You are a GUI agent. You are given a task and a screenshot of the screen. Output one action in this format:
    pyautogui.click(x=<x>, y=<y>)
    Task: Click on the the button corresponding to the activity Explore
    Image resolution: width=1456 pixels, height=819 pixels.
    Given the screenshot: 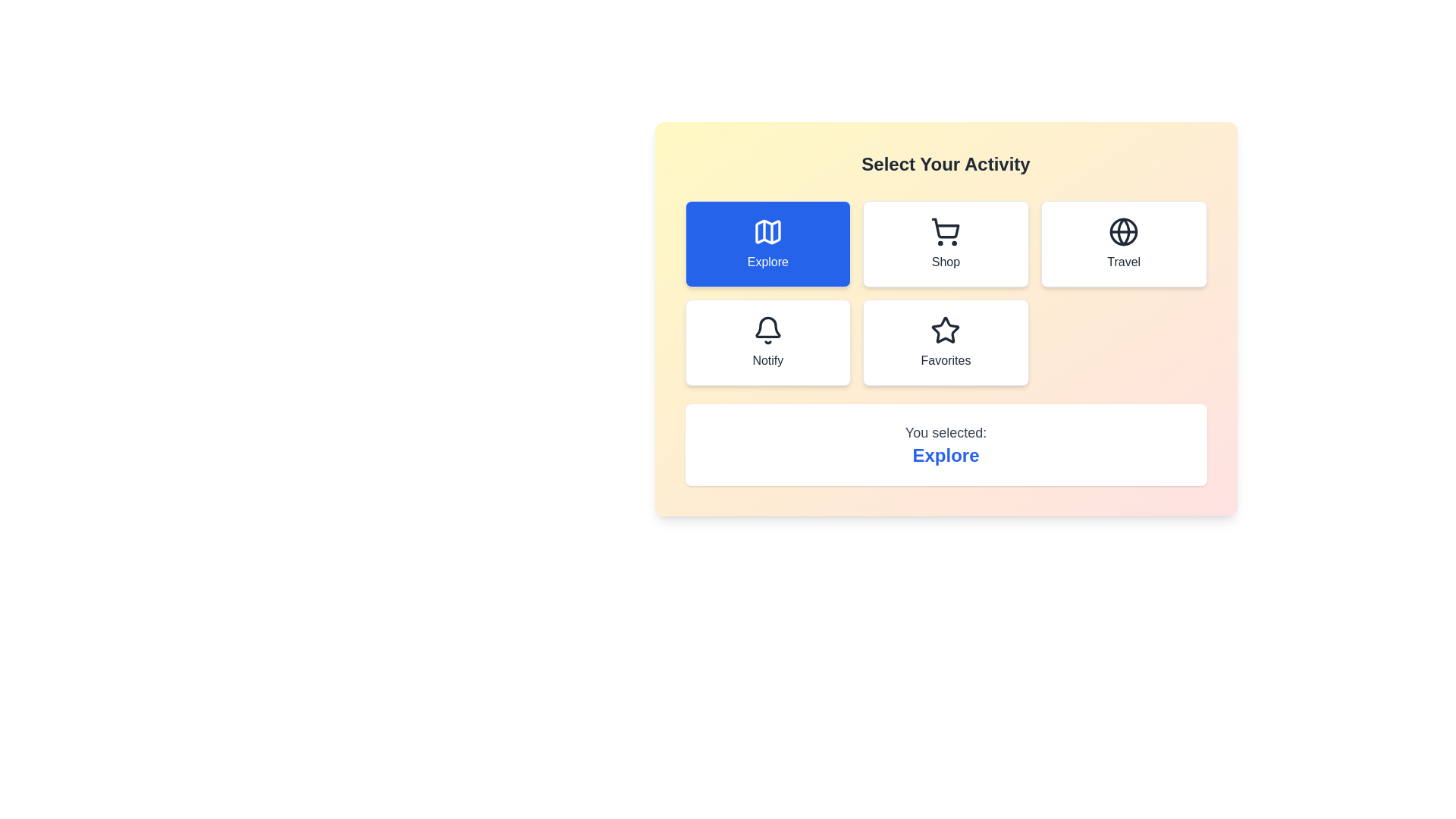 What is the action you would take?
    pyautogui.click(x=767, y=243)
    